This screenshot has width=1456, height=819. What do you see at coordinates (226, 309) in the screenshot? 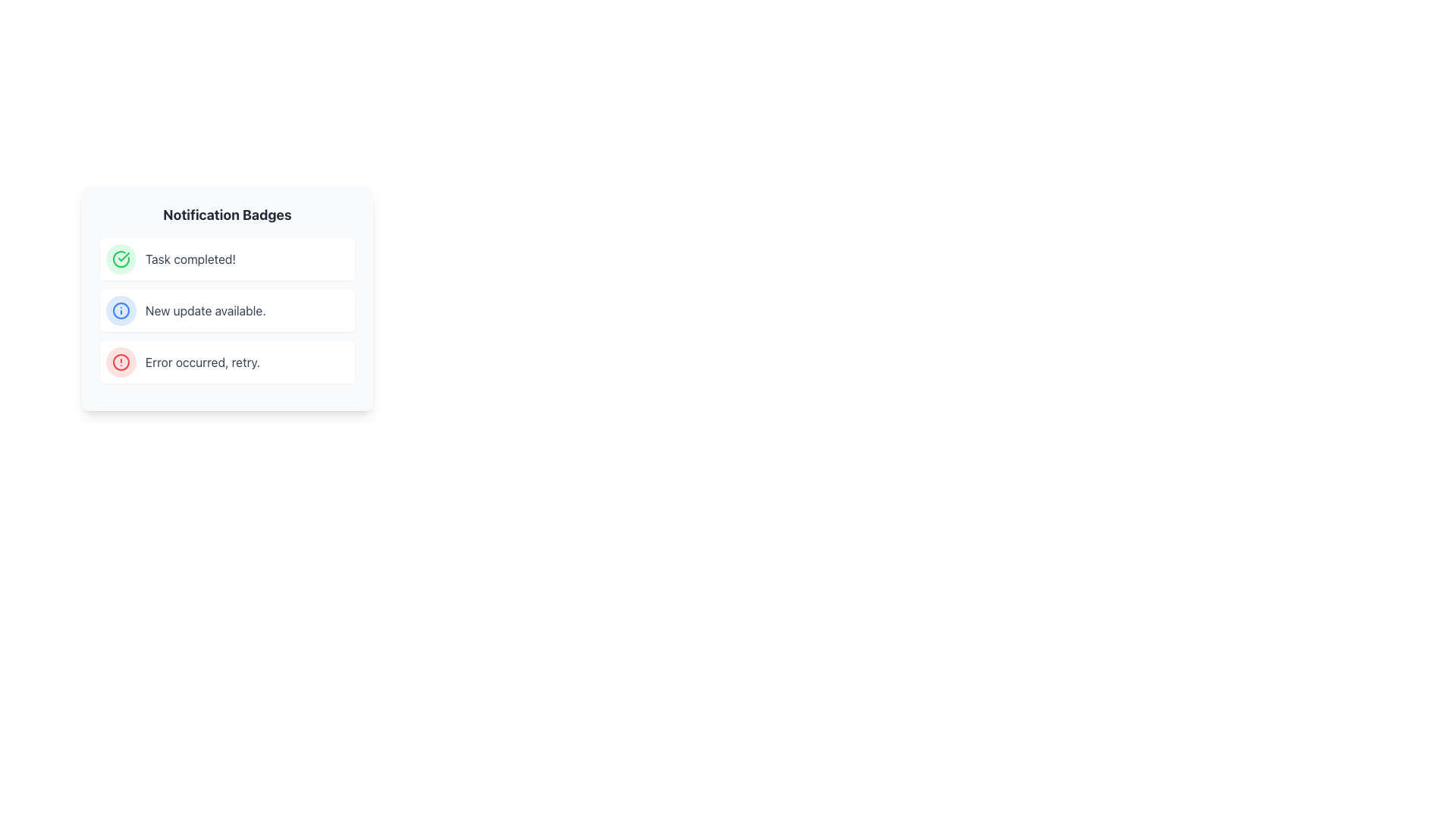
I see `the Notification Badge that indicates the availability of a new update, positioned between 'Task completed!' and 'Error occurred, retry.'` at bounding box center [226, 309].